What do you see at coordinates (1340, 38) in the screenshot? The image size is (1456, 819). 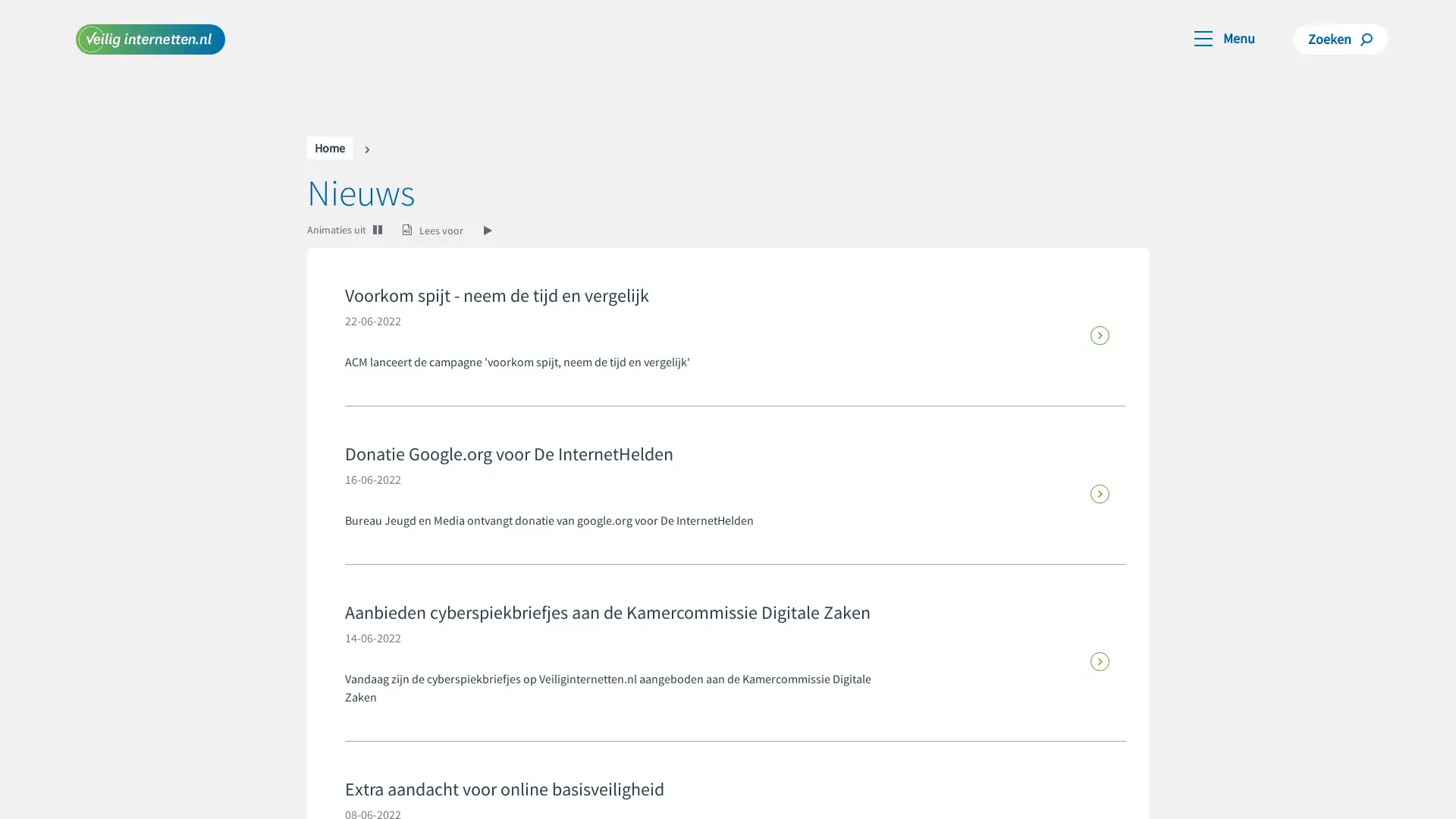 I see `Zoeken Zoeken` at bounding box center [1340, 38].